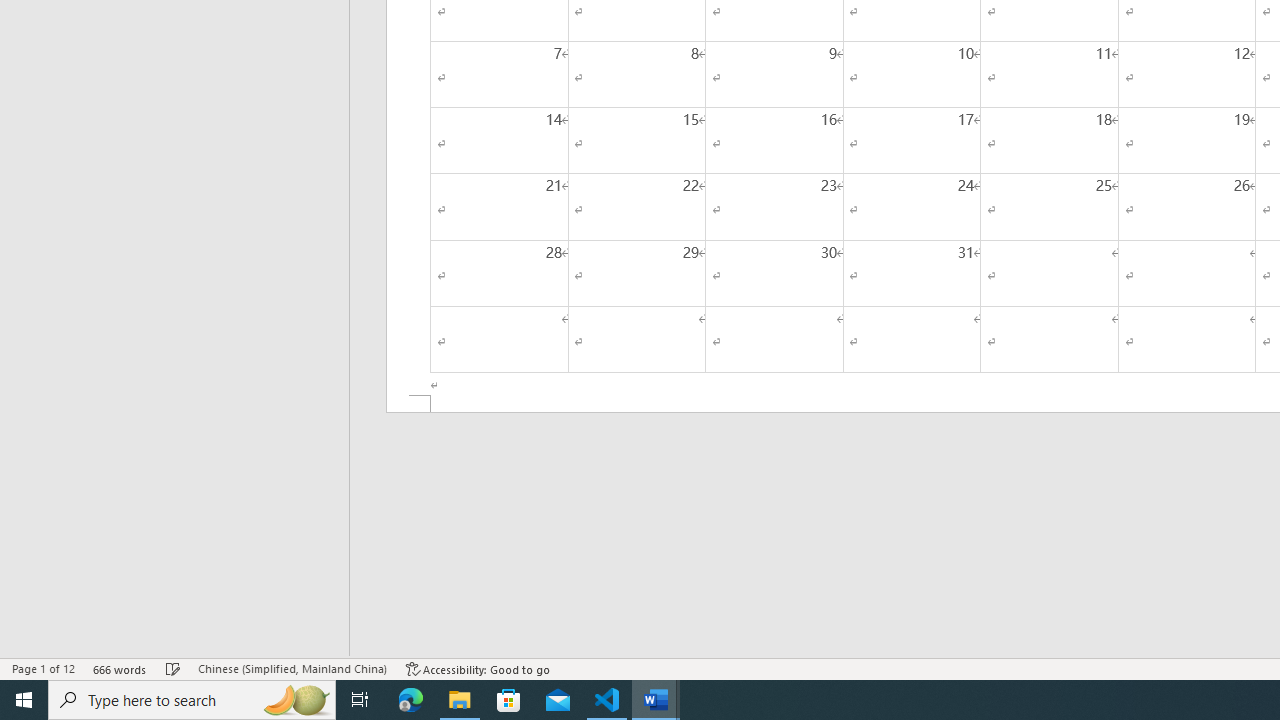  I want to click on 'Start', so click(24, 698).